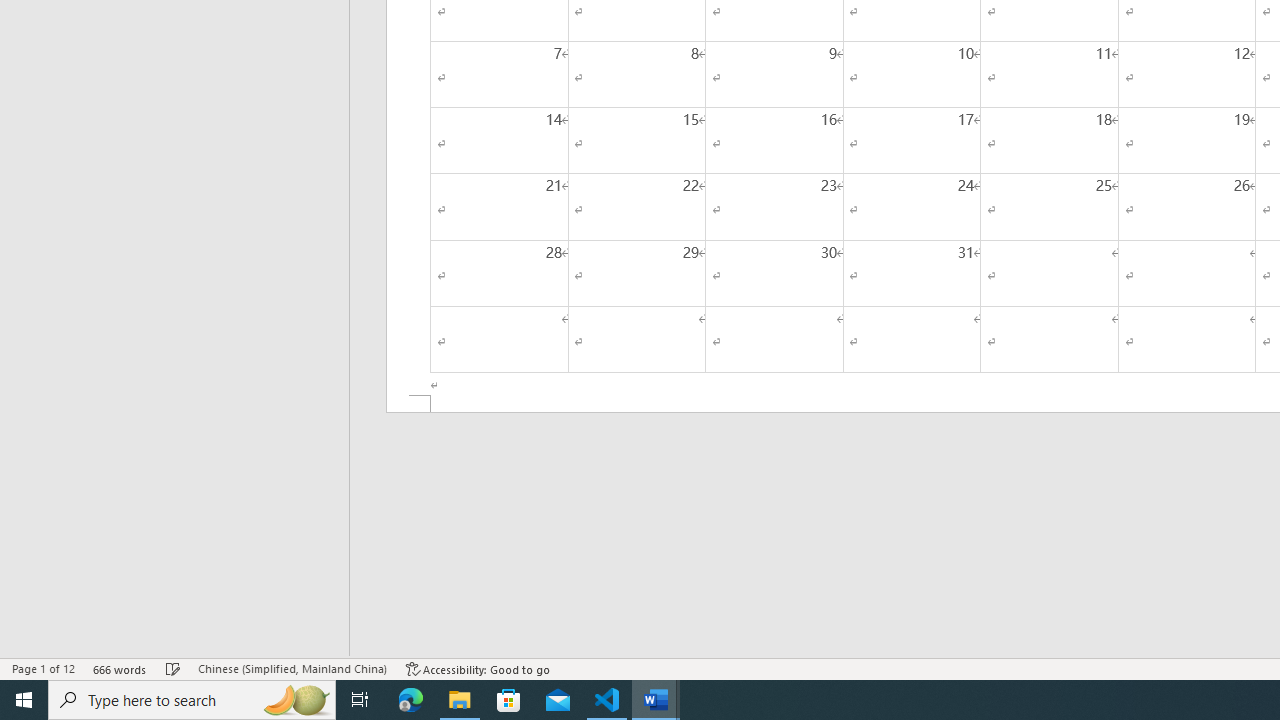  I want to click on 'Start', so click(24, 698).